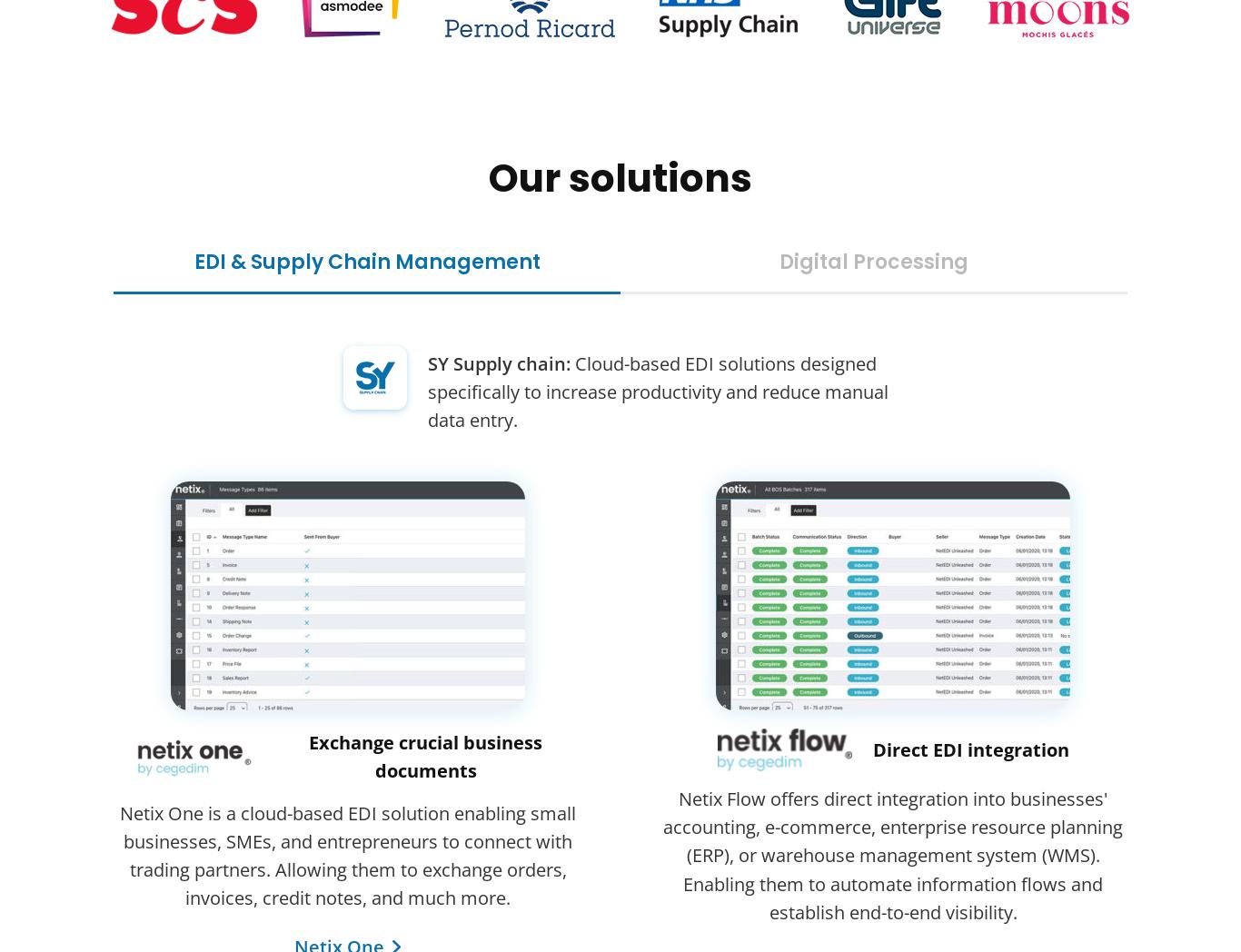 Image resolution: width=1241 pixels, height=952 pixels. Describe the element at coordinates (338, 678) in the screenshot. I see `'What are the most commonly used EDI standards?'` at that location.